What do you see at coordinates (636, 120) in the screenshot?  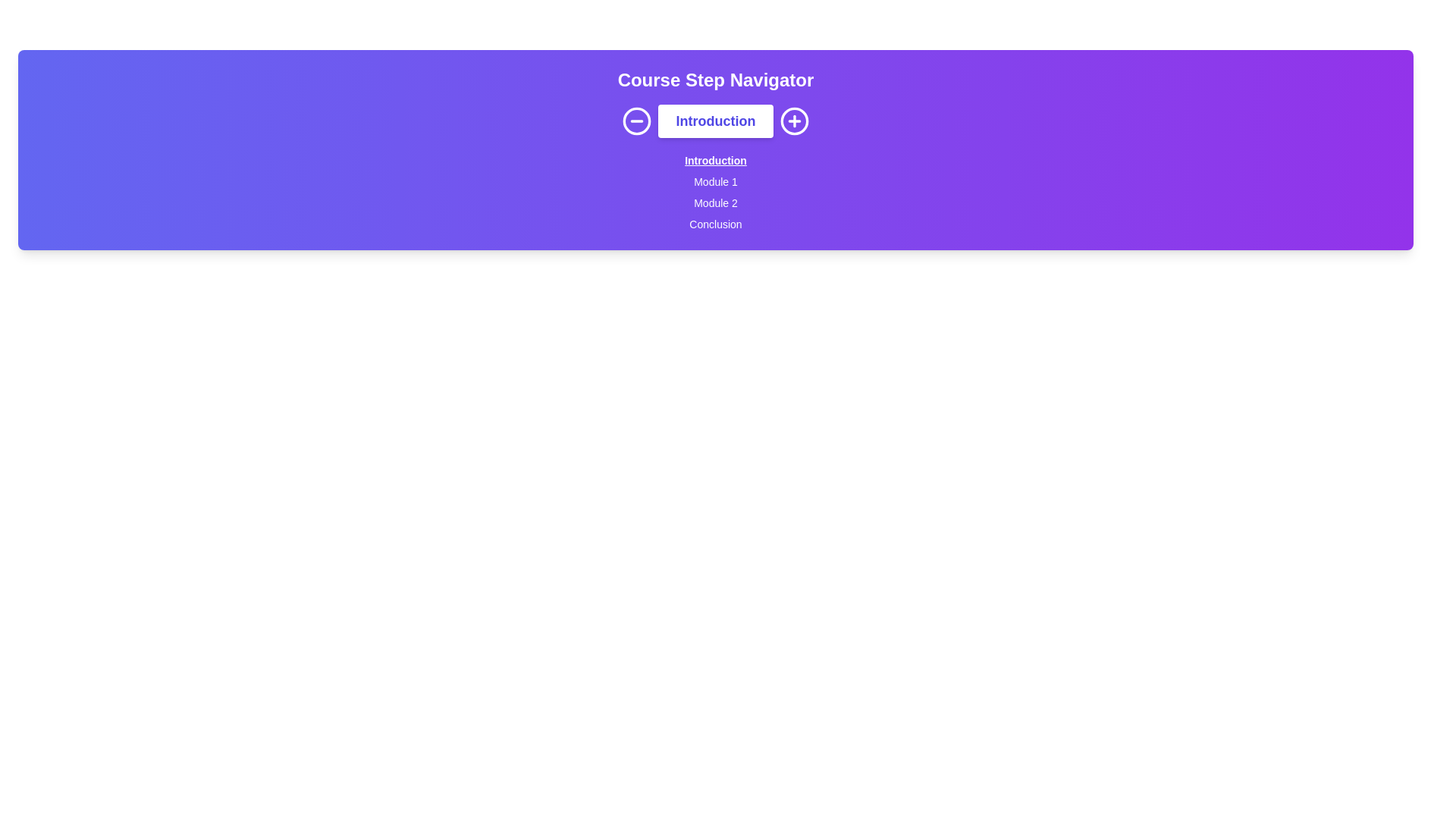 I see `the circular minus icon button located to the left of the 'Introduction' button` at bounding box center [636, 120].